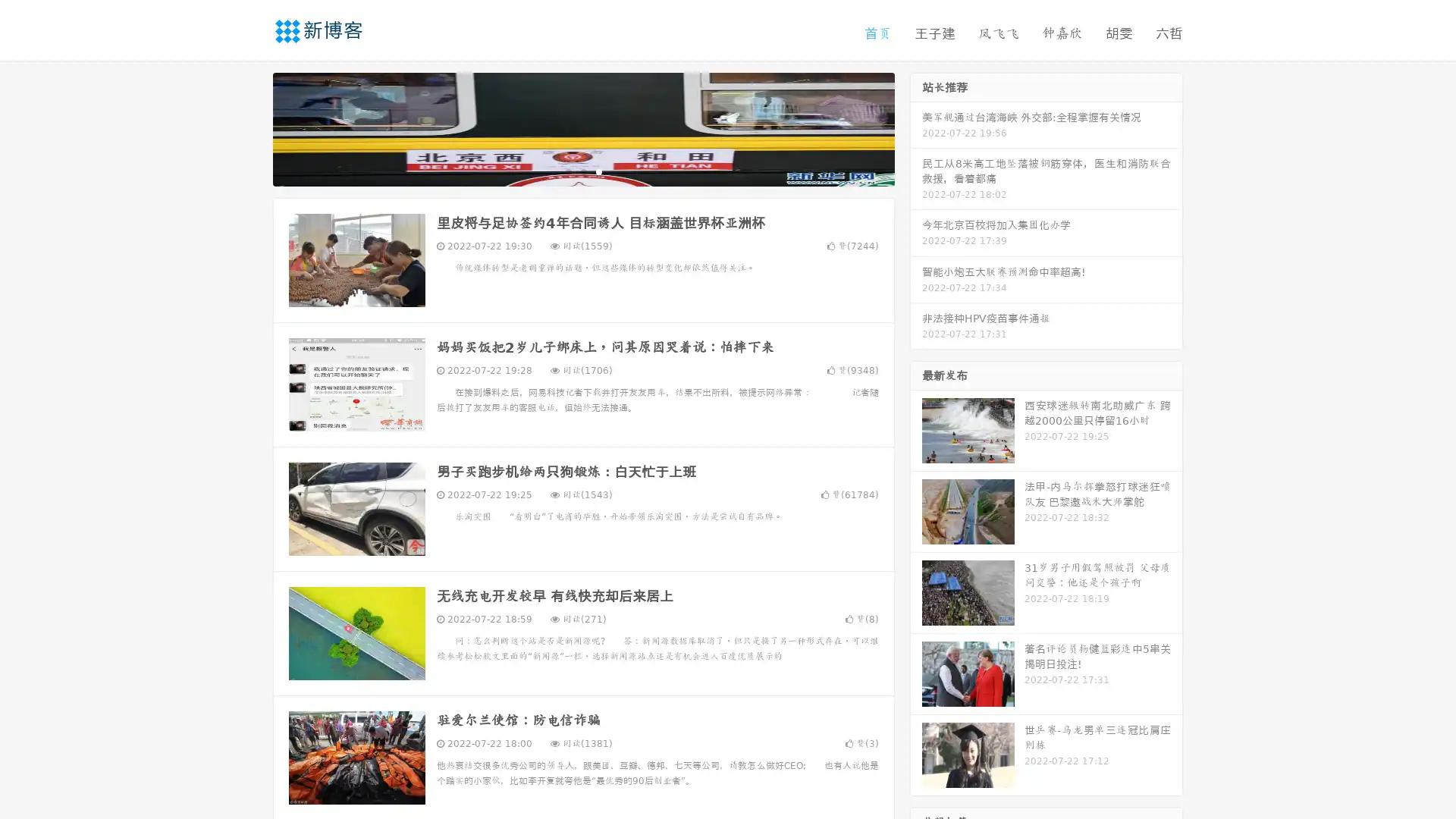  What do you see at coordinates (598, 171) in the screenshot?
I see `Go to slide 3` at bounding box center [598, 171].